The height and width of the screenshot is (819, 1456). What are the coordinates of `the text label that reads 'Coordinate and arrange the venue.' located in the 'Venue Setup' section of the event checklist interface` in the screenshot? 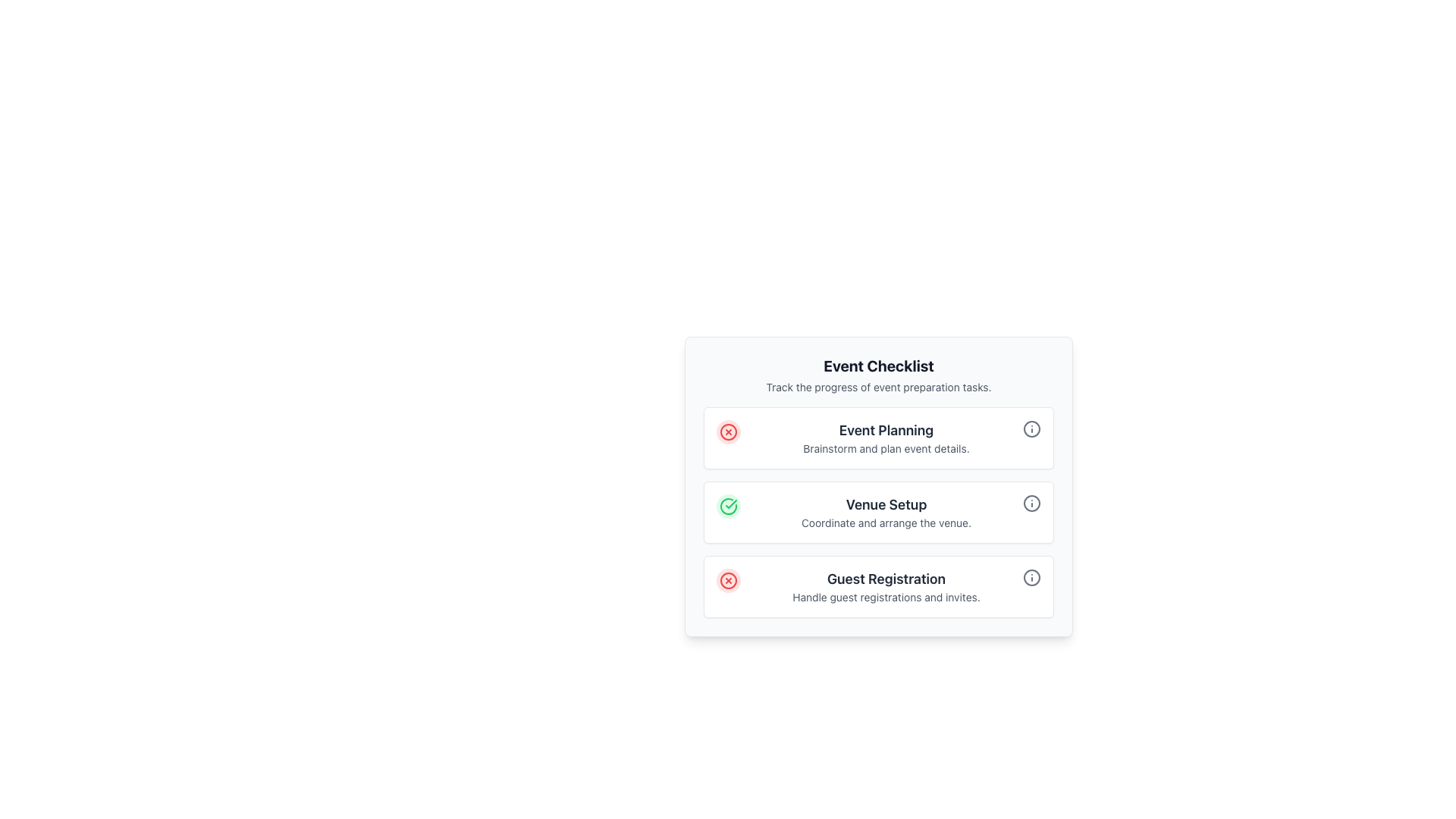 It's located at (886, 522).